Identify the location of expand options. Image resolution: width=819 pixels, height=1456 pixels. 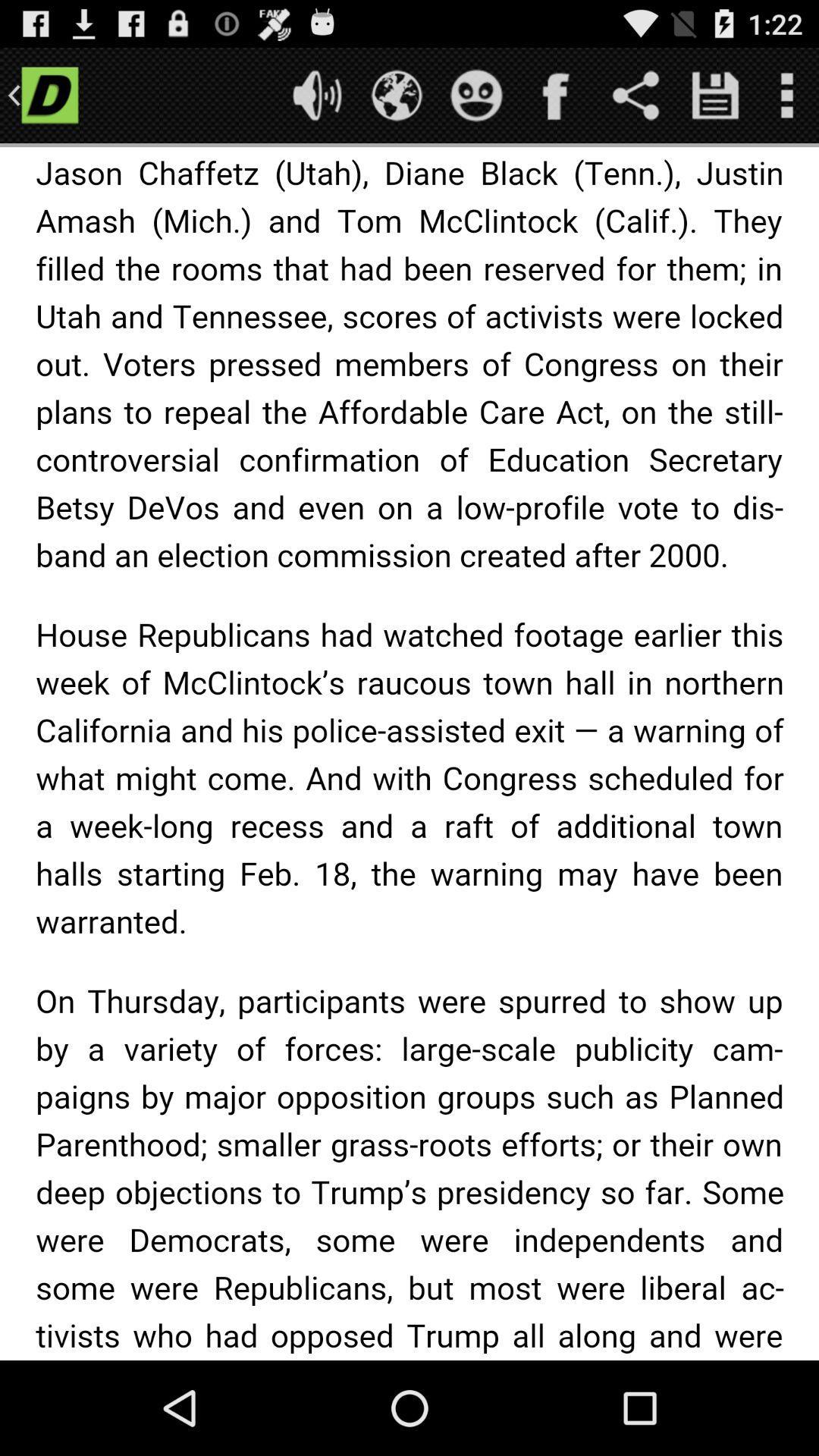
(786, 94).